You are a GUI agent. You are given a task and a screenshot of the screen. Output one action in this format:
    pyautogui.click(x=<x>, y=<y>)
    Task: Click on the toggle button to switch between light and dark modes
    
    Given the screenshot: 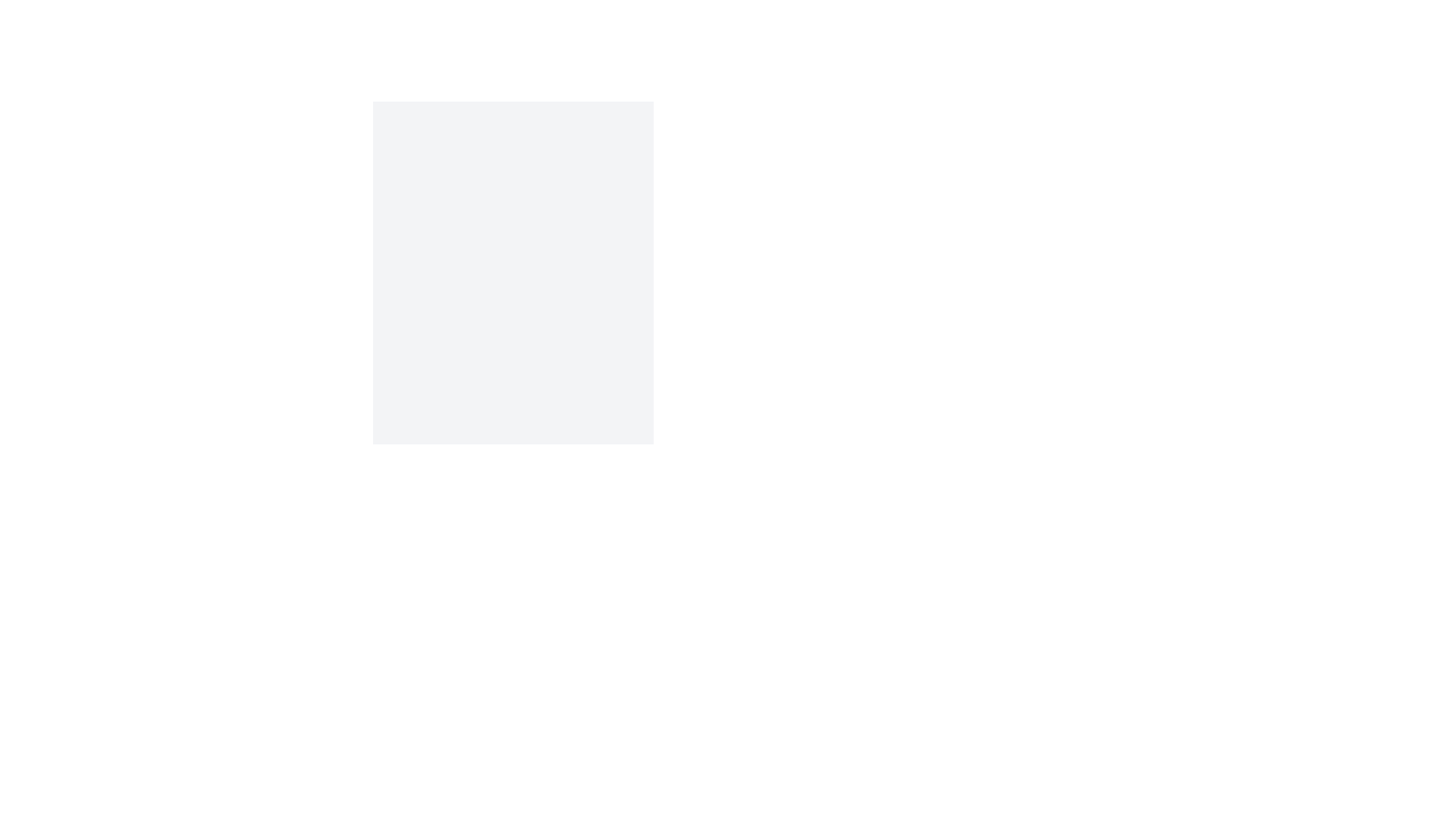 What is the action you would take?
    pyautogui.click(x=513, y=511)
    